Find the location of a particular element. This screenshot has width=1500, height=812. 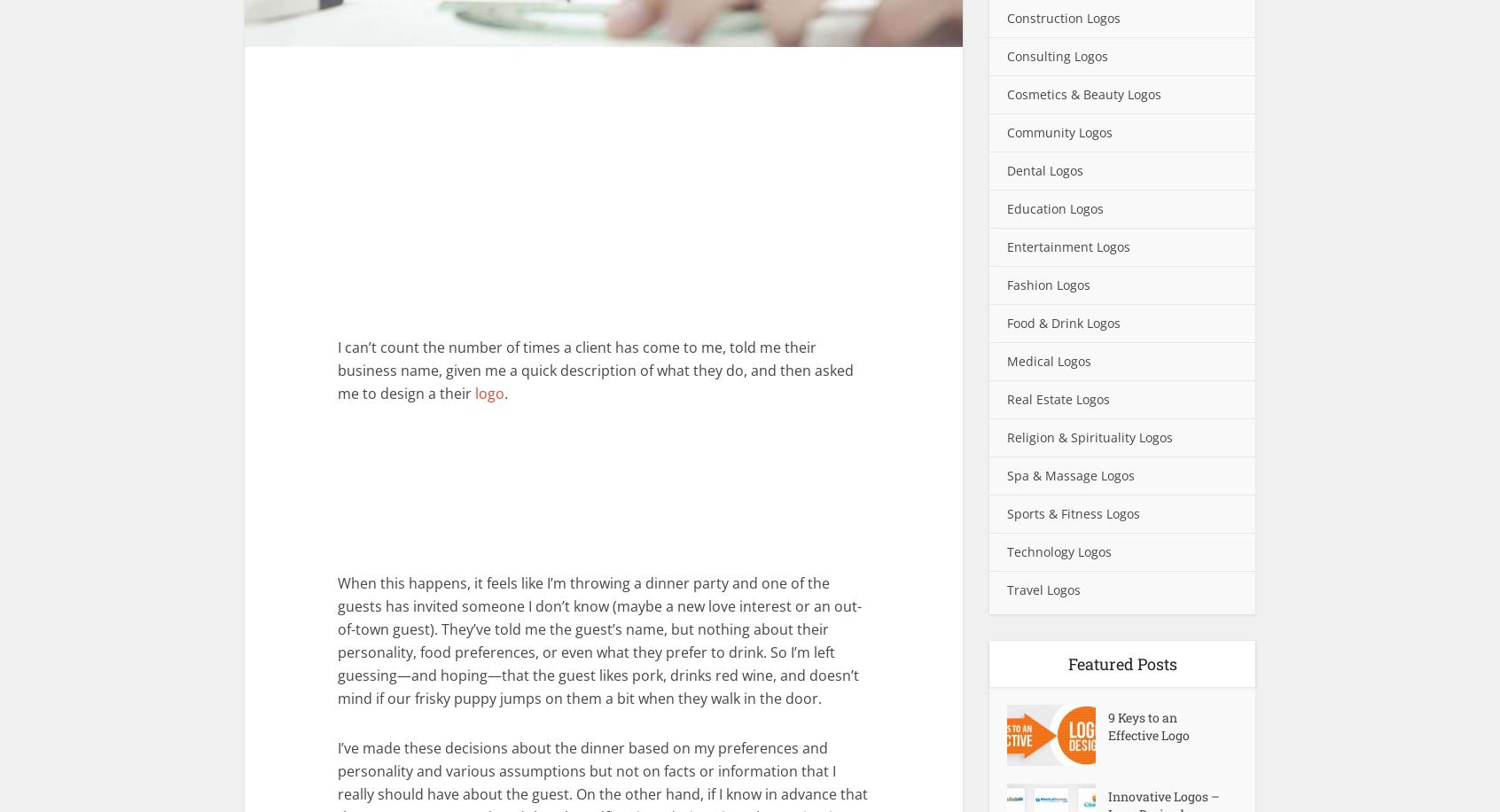

'Dental Logos' is located at coordinates (1043, 169).